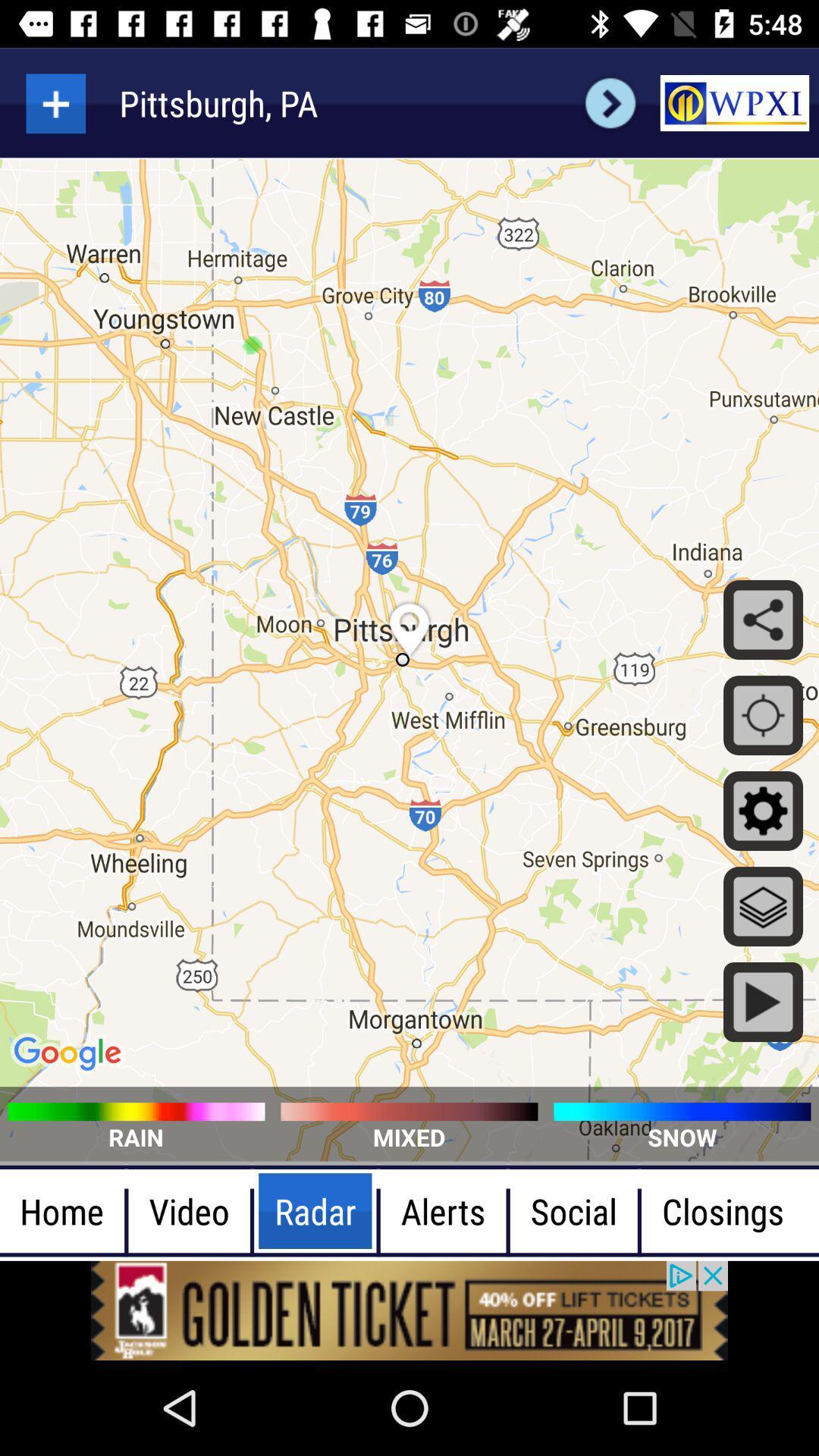  I want to click on next button, so click(610, 102).